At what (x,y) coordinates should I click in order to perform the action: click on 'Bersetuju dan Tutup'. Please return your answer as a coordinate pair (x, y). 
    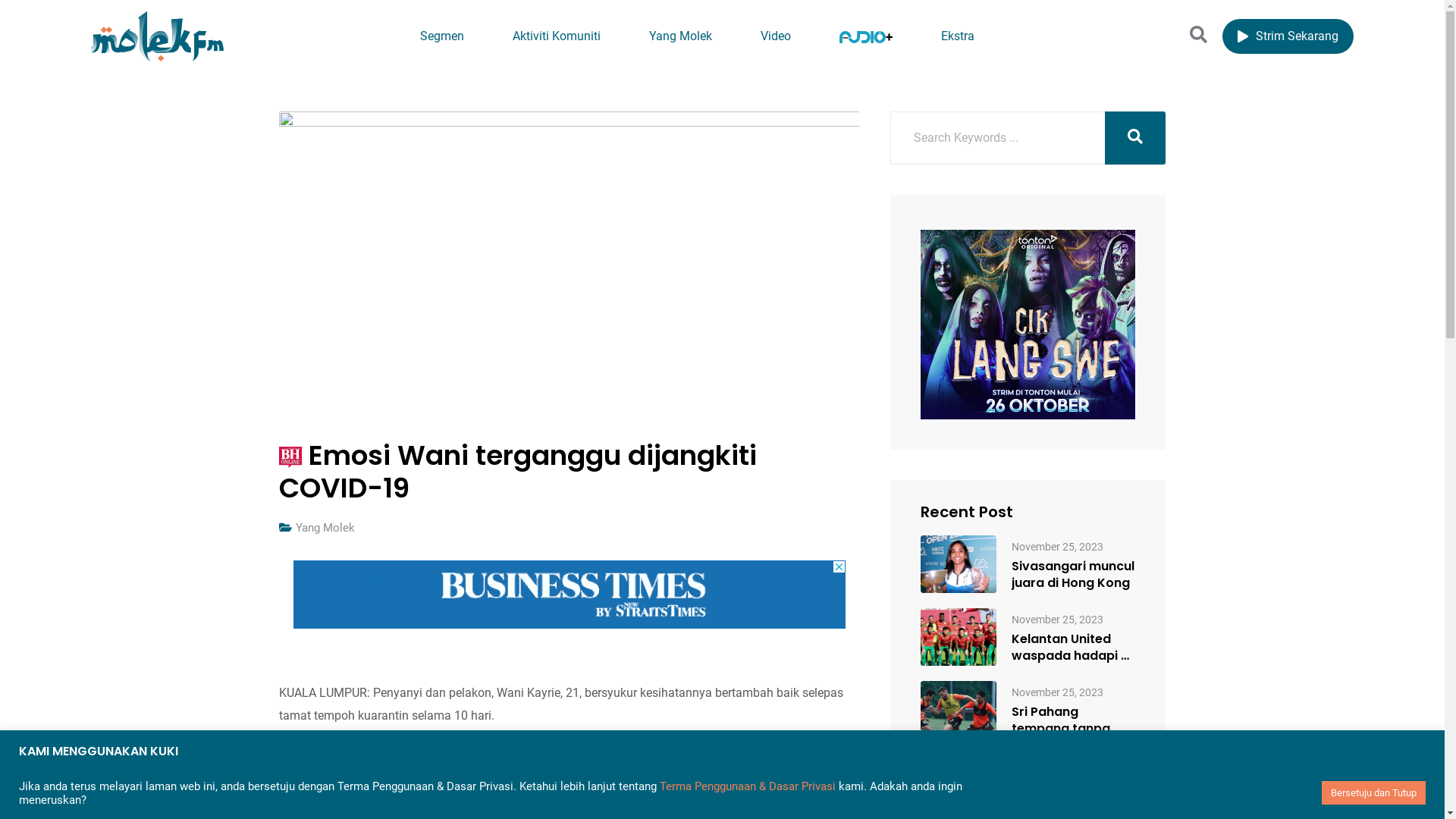
    Looking at the image, I should click on (1373, 792).